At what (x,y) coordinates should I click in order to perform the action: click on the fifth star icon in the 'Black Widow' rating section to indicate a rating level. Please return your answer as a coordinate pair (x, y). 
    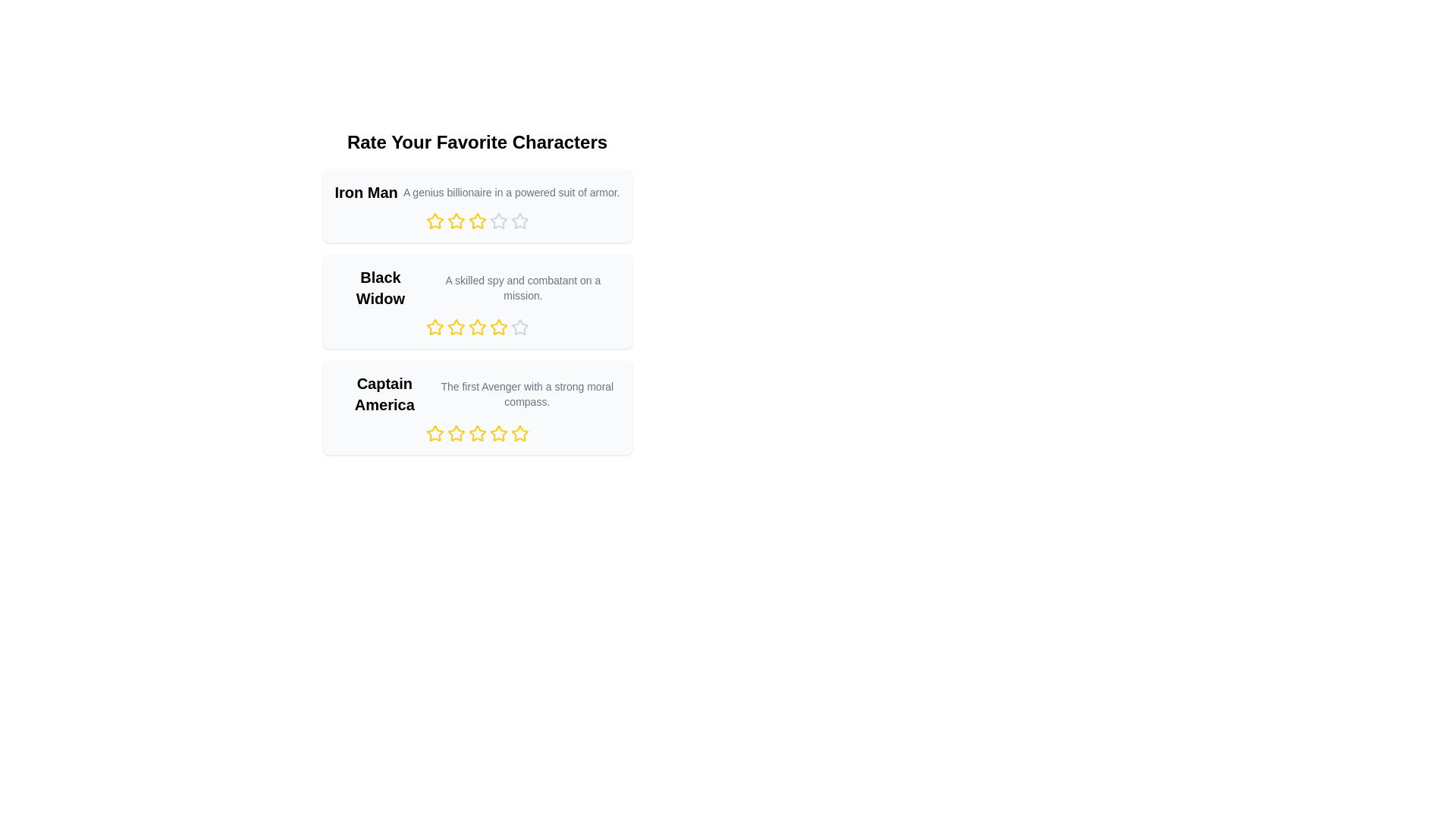
    Looking at the image, I should click on (519, 327).